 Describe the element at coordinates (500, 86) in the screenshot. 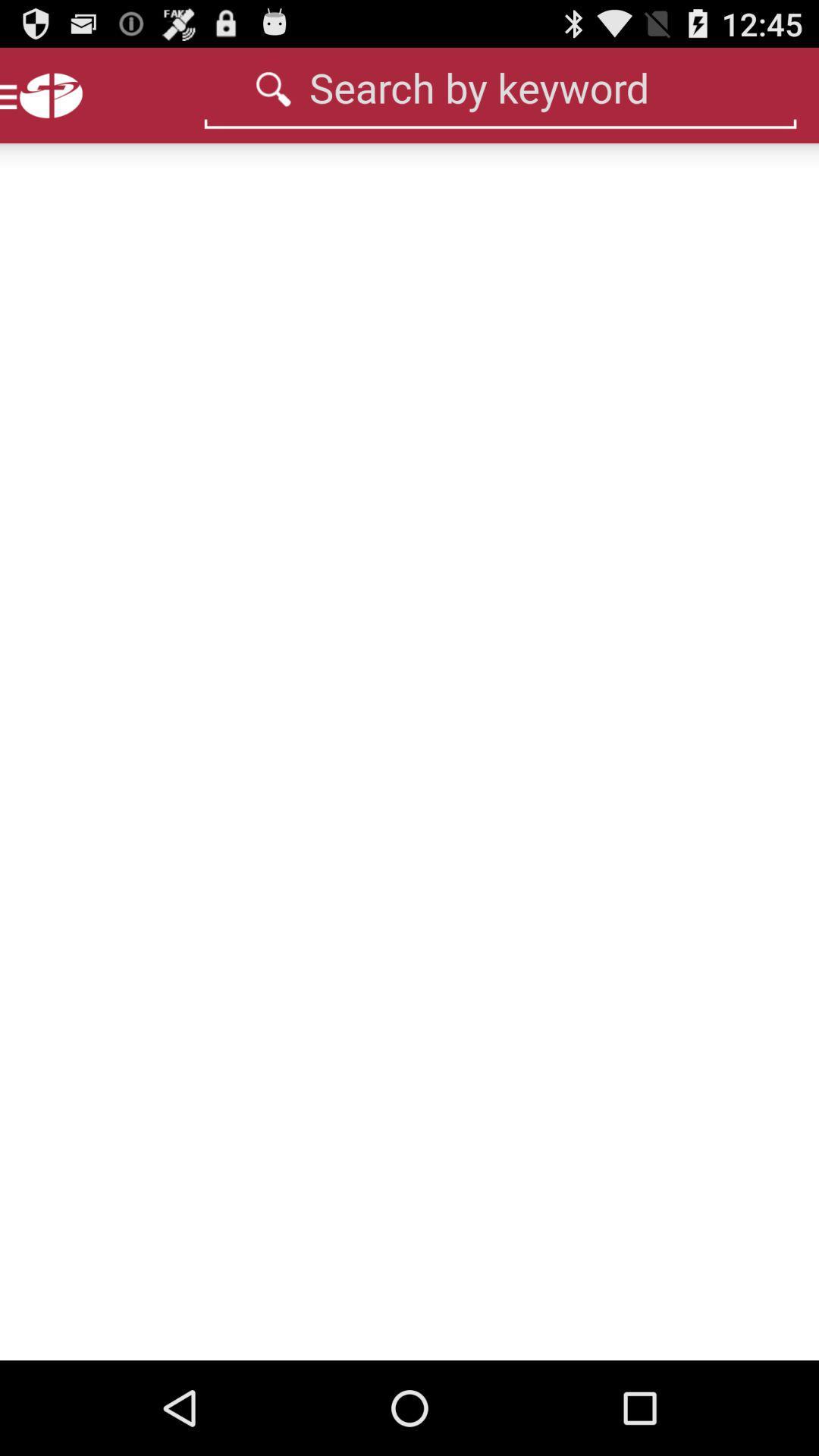

I see `keyword to search` at that location.